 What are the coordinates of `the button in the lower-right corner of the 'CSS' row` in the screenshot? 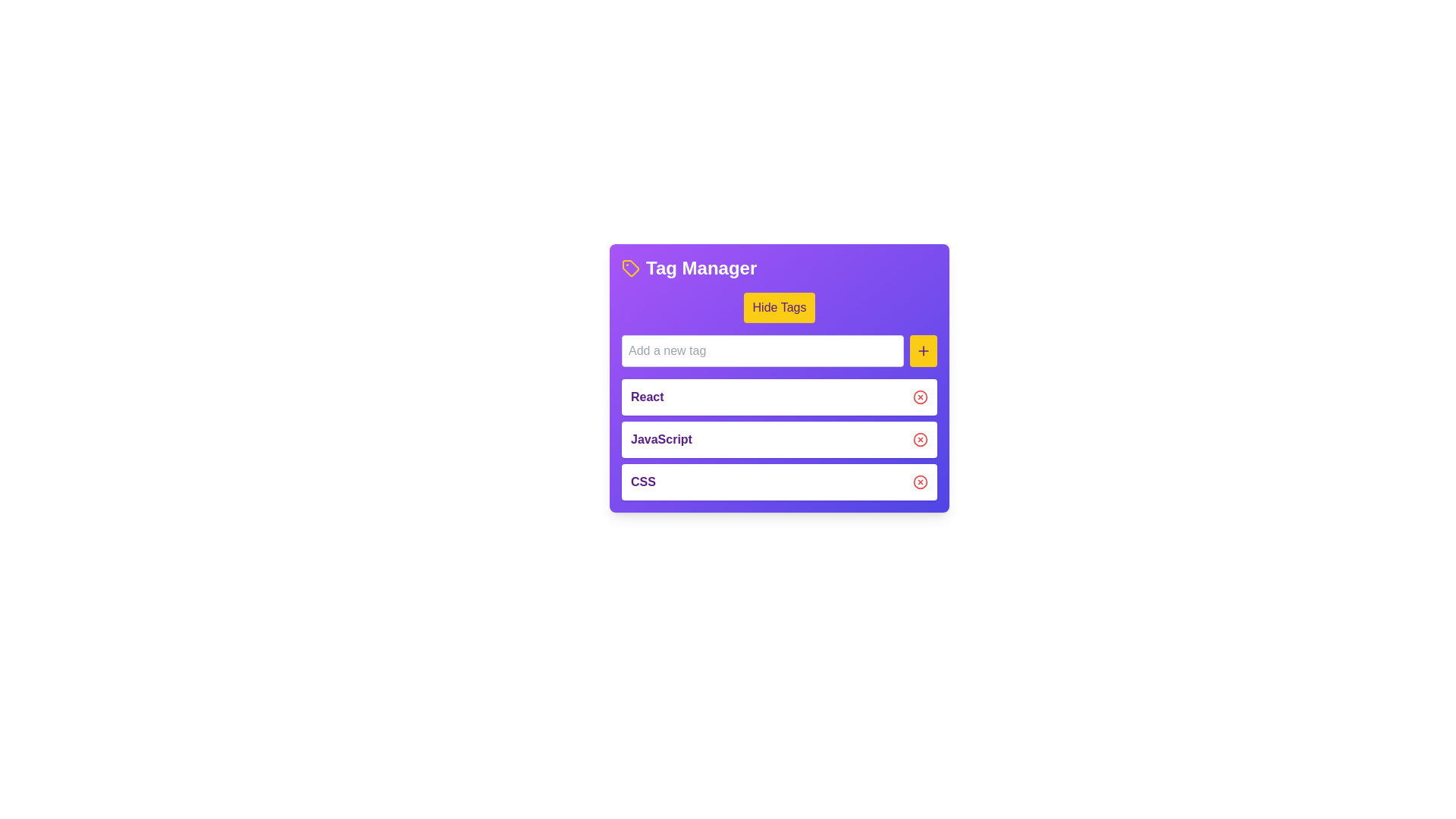 It's located at (920, 482).